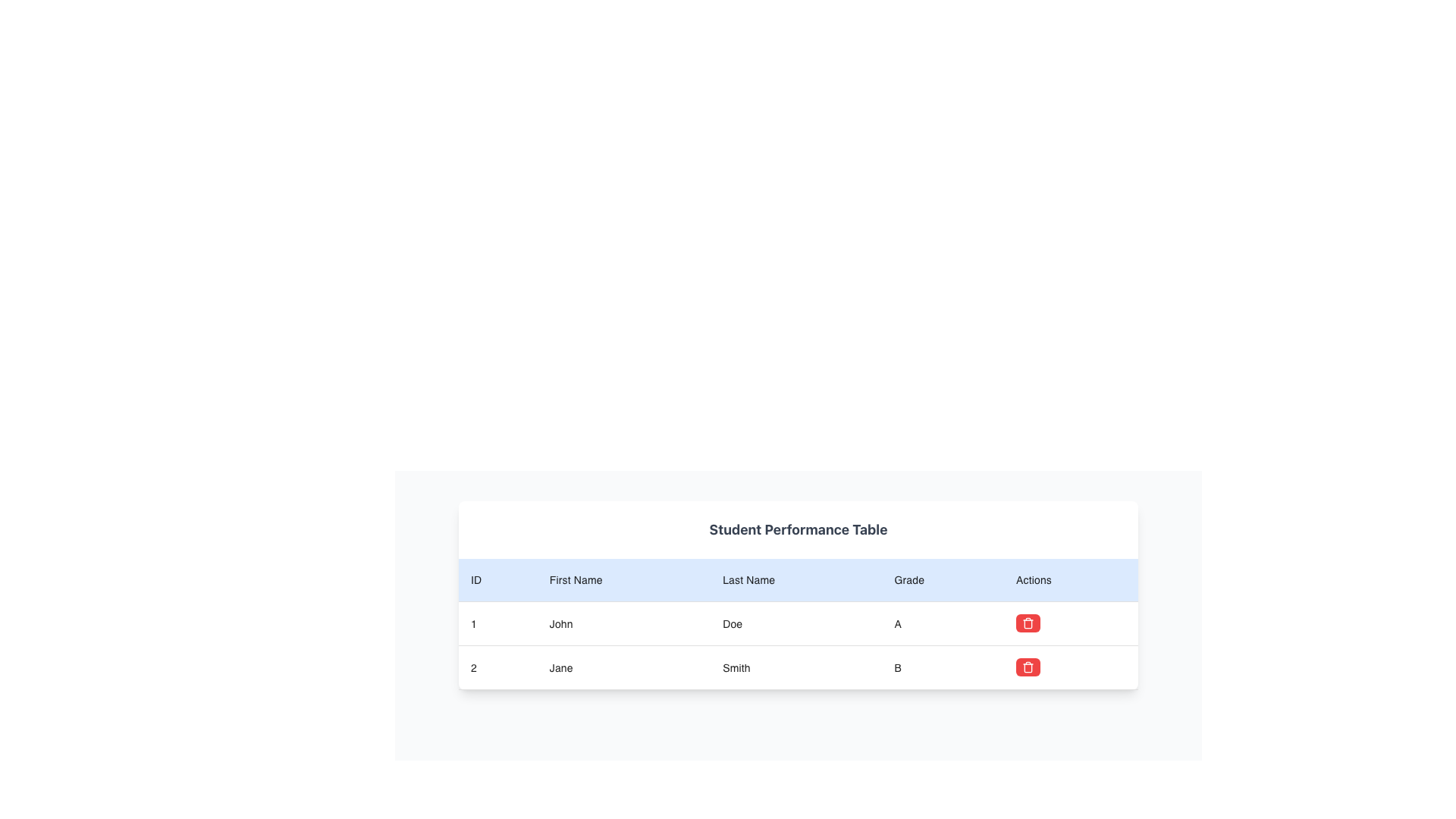 This screenshot has height=819, width=1456. What do you see at coordinates (797, 666) in the screenshot?
I see `the cell in the second row of the table` at bounding box center [797, 666].